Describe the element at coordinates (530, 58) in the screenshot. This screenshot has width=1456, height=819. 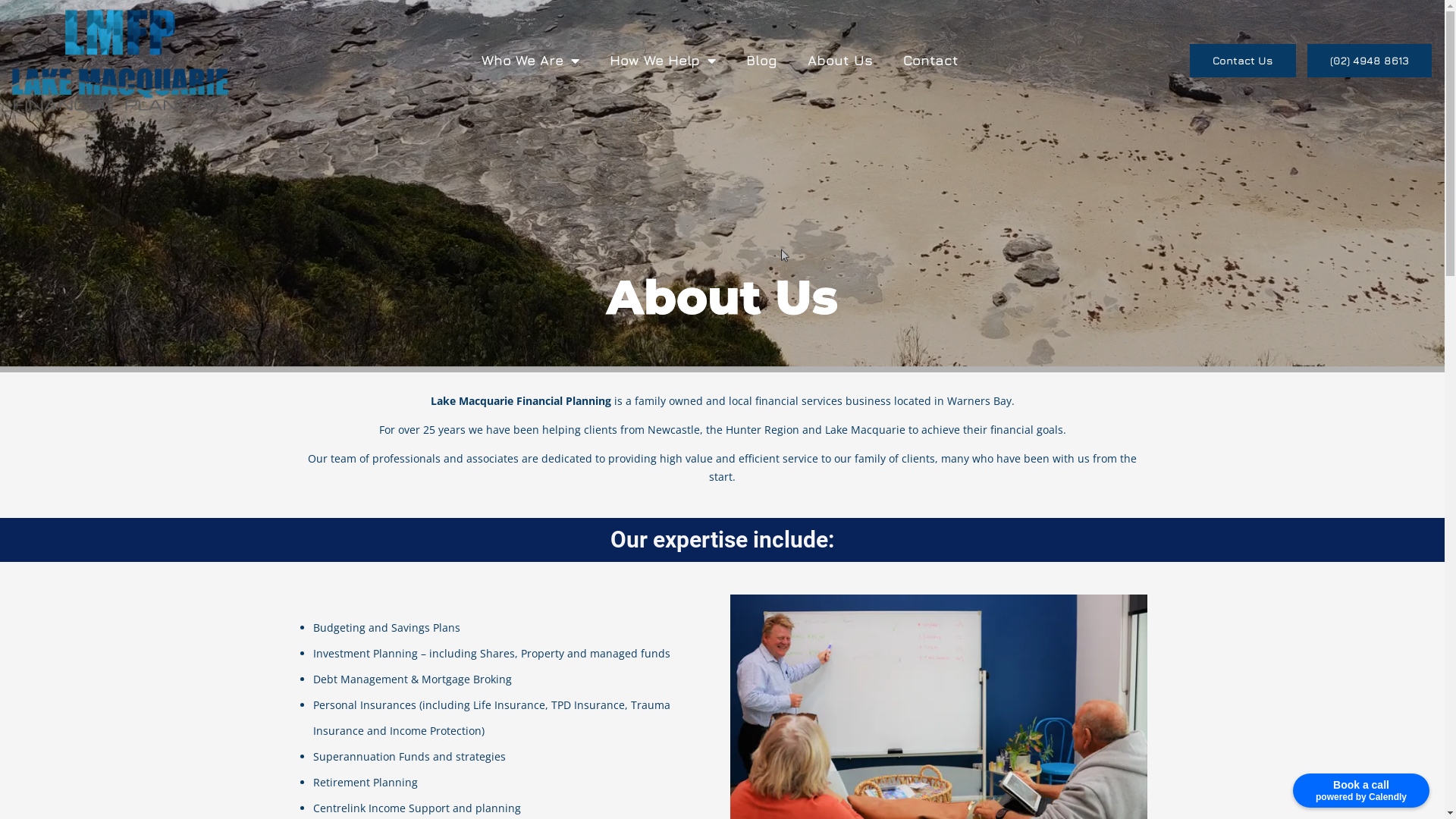
I see `'Who We Are'` at that location.